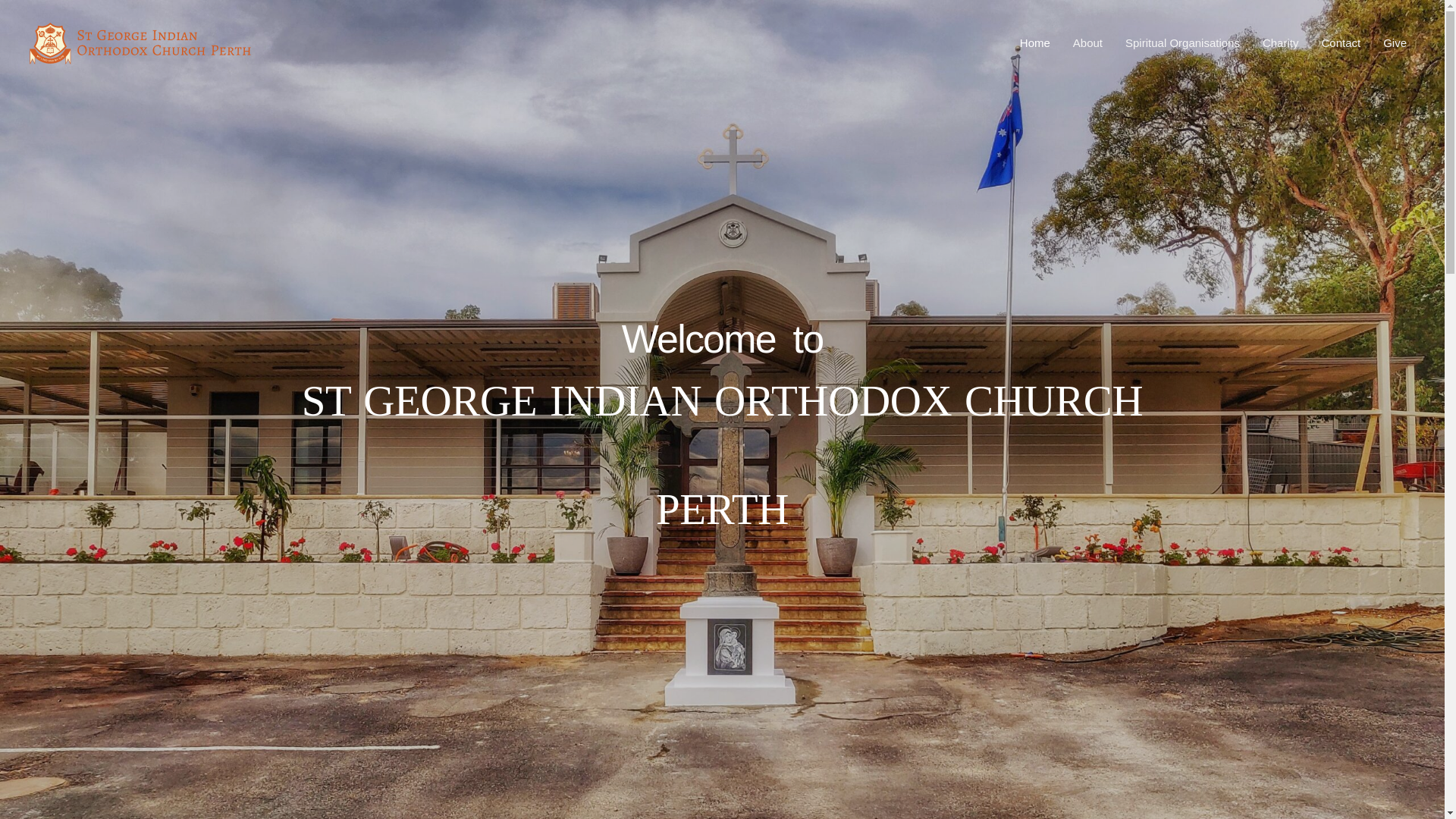 The image size is (1456, 819). I want to click on 'Contact', so click(1340, 42).